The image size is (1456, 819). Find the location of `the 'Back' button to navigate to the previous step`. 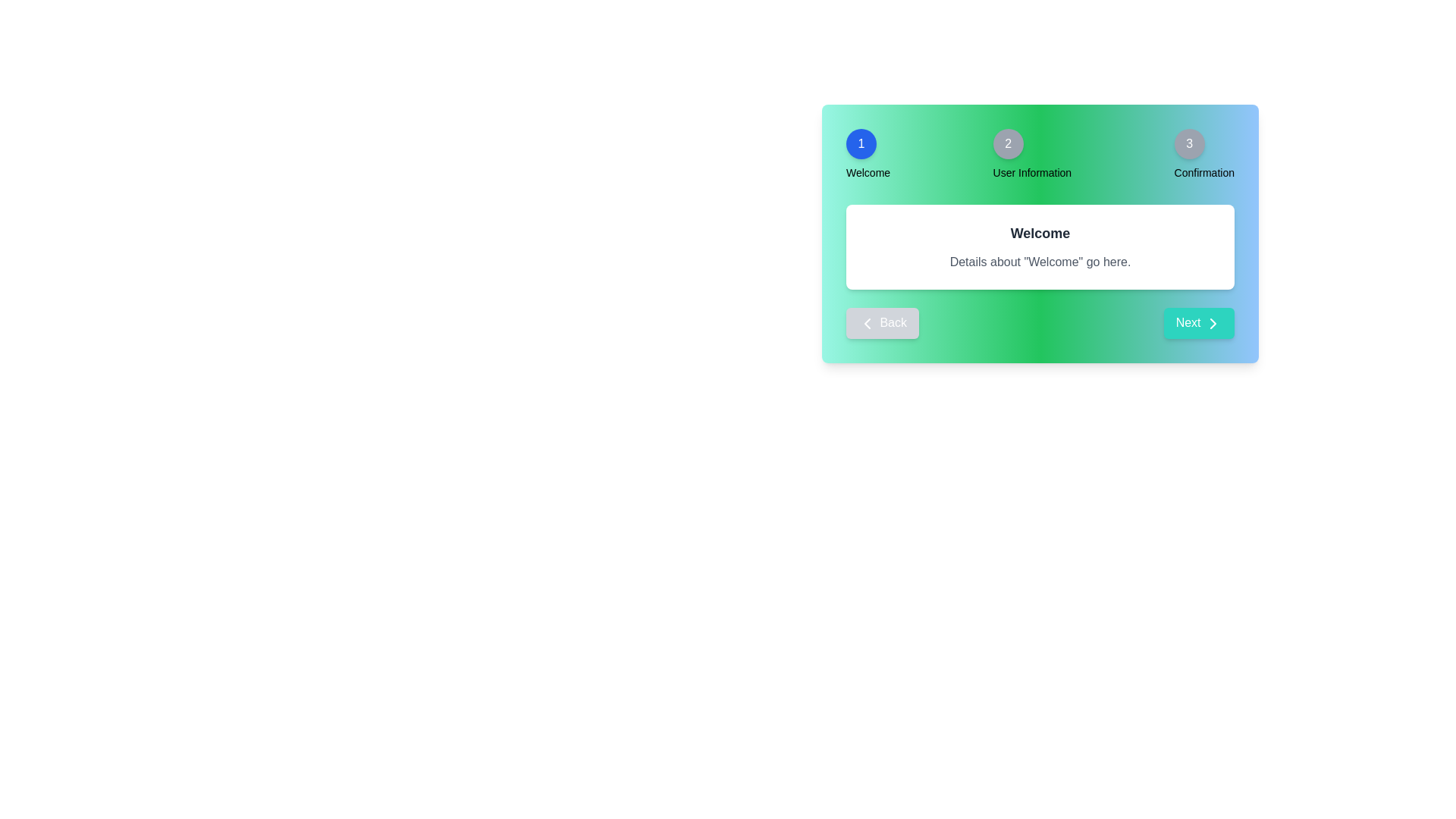

the 'Back' button to navigate to the previous step is located at coordinates (882, 322).